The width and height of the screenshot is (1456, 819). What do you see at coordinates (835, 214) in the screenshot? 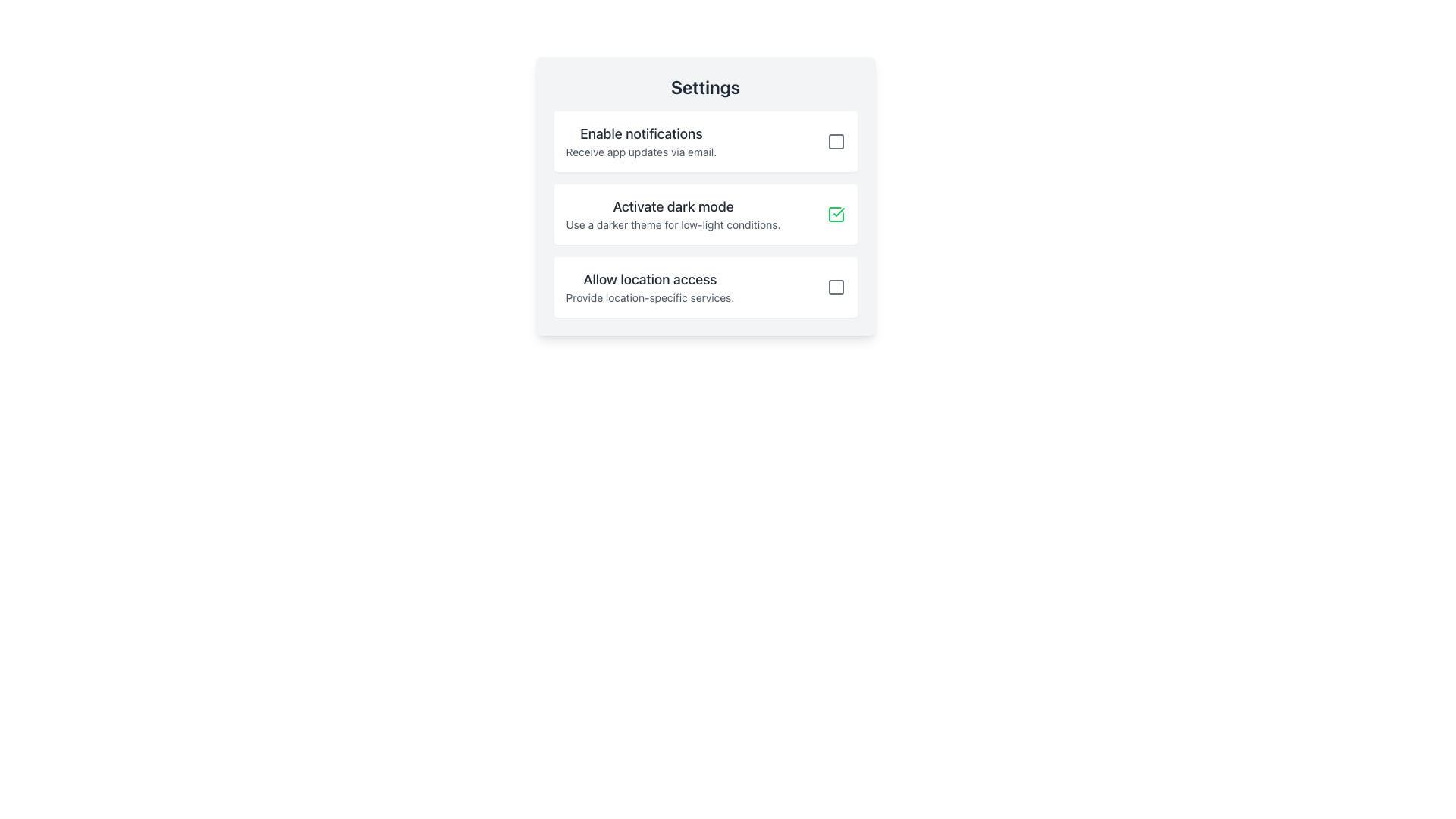
I see `the dark mode activation icon located in the second section of the 'Settings' card interface, which is aligned to the right of the description text 'Activate dark mode: Use a darker theme for low-light conditions.'` at bounding box center [835, 214].